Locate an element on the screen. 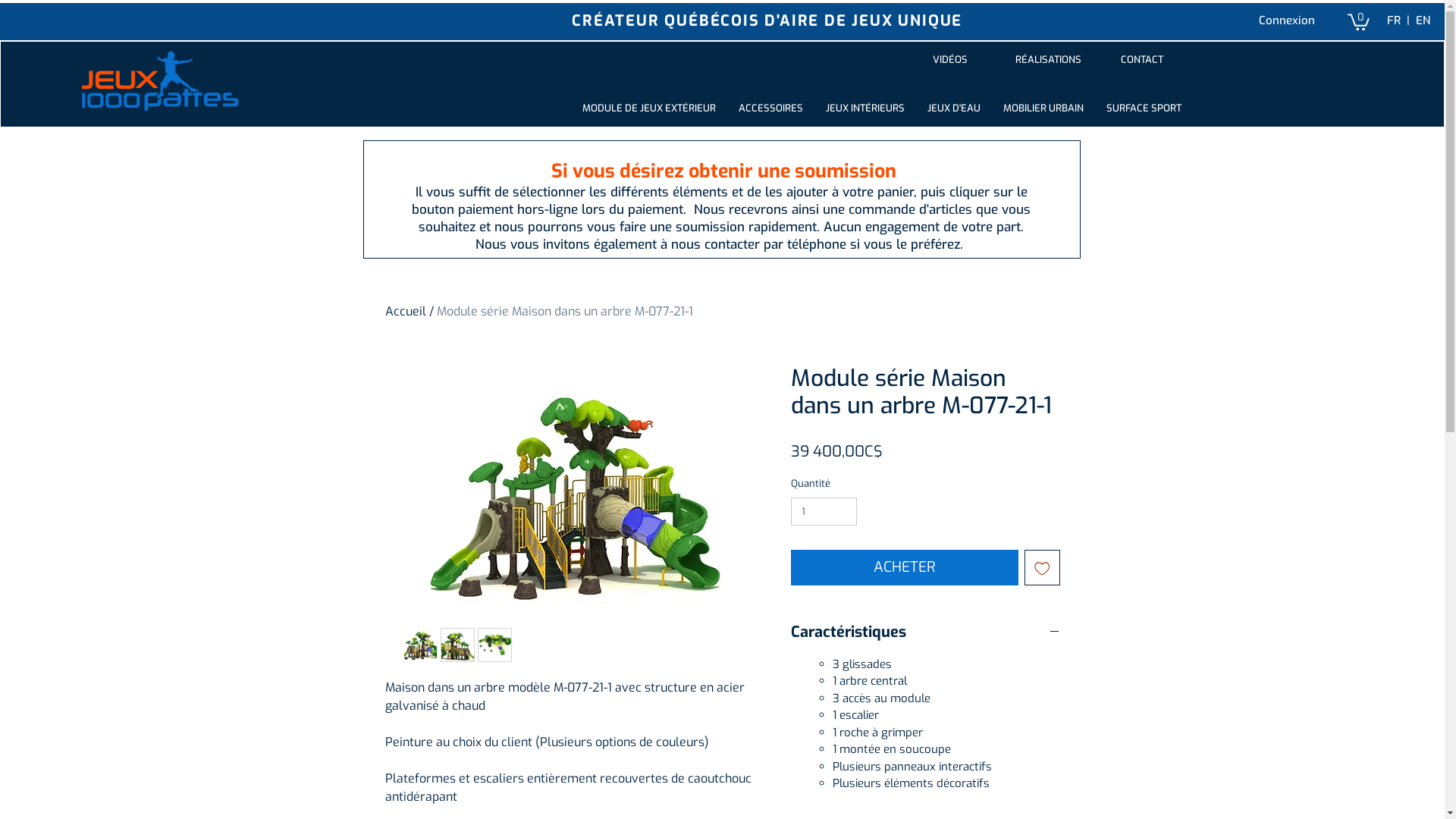 The width and height of the screenshot is (1456, 819). 'EN' is located at coordinates (1421, 20).